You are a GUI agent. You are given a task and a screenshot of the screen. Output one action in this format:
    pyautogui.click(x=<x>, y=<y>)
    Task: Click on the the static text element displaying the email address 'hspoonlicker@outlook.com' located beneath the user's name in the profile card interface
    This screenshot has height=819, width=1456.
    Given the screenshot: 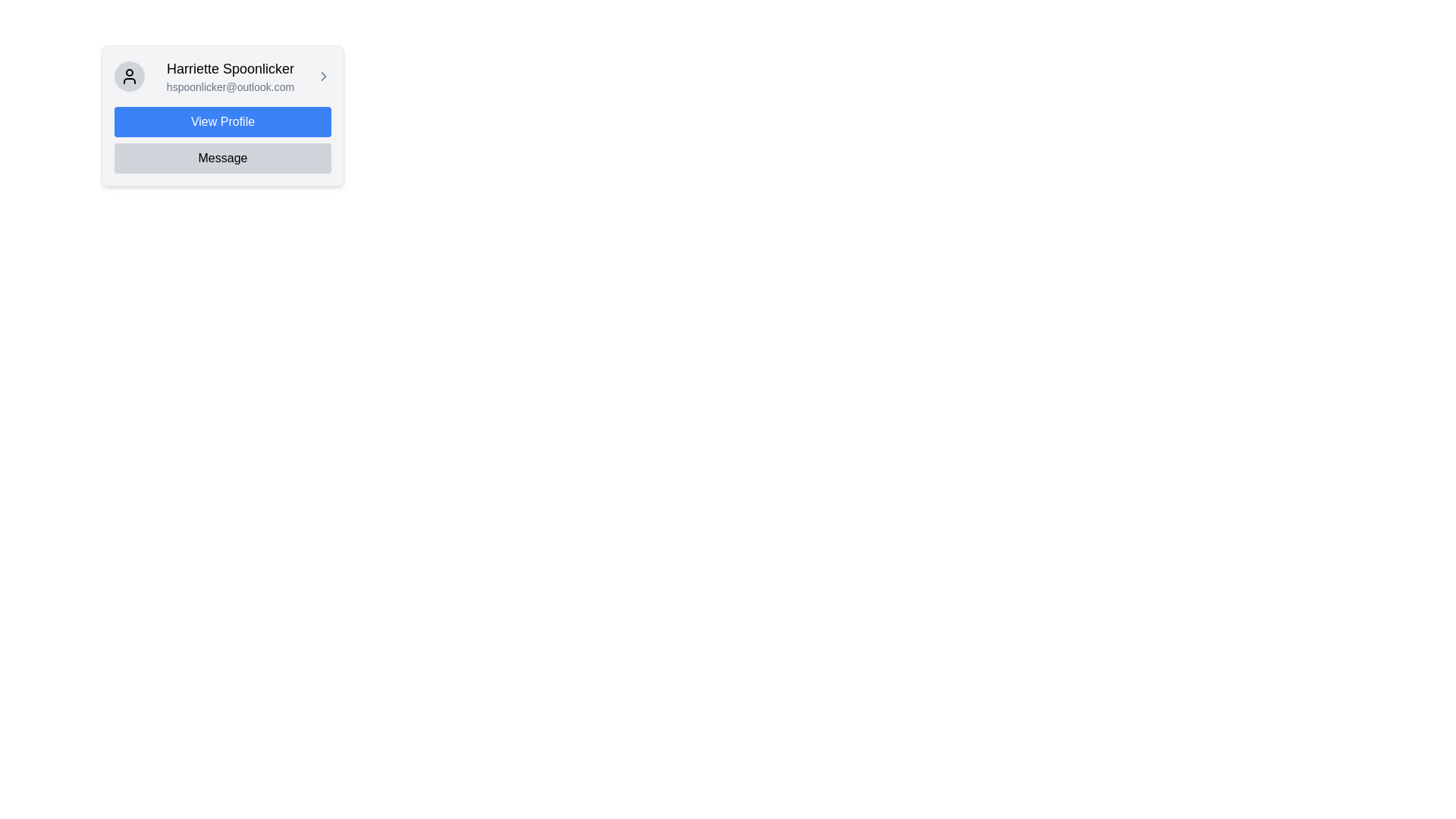 What is the action you would take?
    pyautogui.click(x=229, y=87)
    